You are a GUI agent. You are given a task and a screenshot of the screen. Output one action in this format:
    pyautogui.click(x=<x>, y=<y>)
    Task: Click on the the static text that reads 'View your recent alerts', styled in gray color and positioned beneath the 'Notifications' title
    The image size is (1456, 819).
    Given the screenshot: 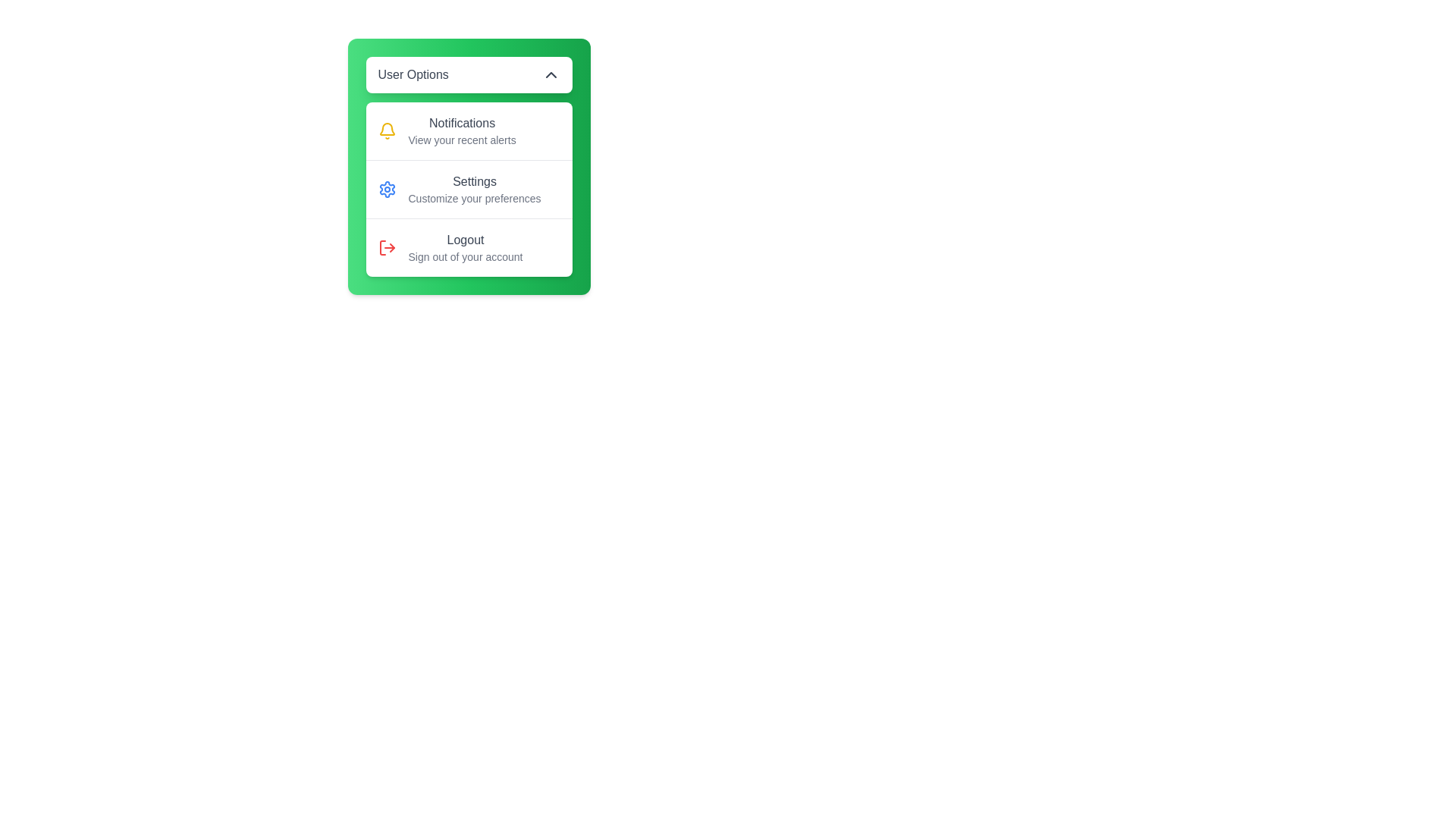 What is the action you would take?
    pyautogui.click(x=461, y=140)
    